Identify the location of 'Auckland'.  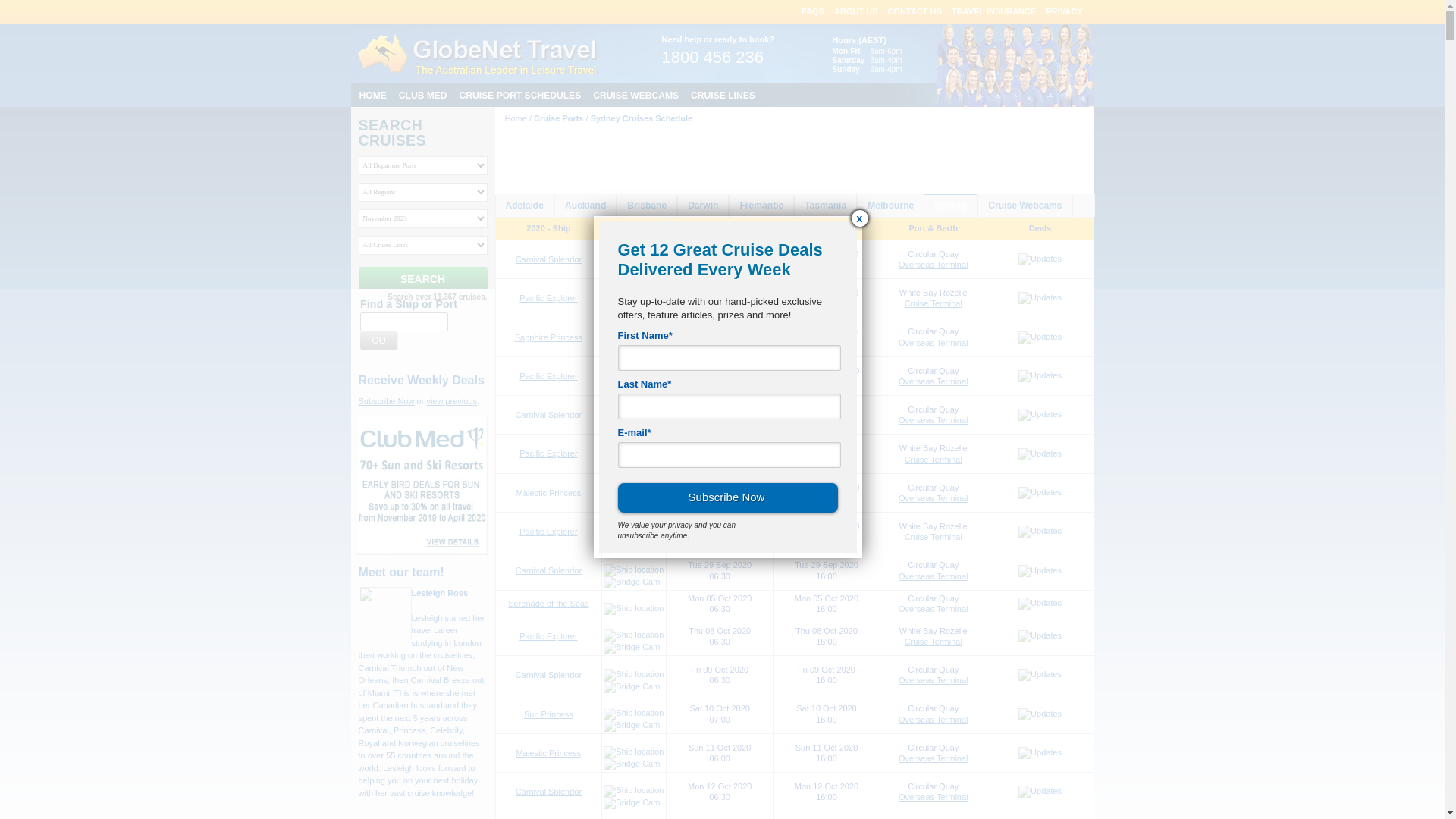
(585, 206).